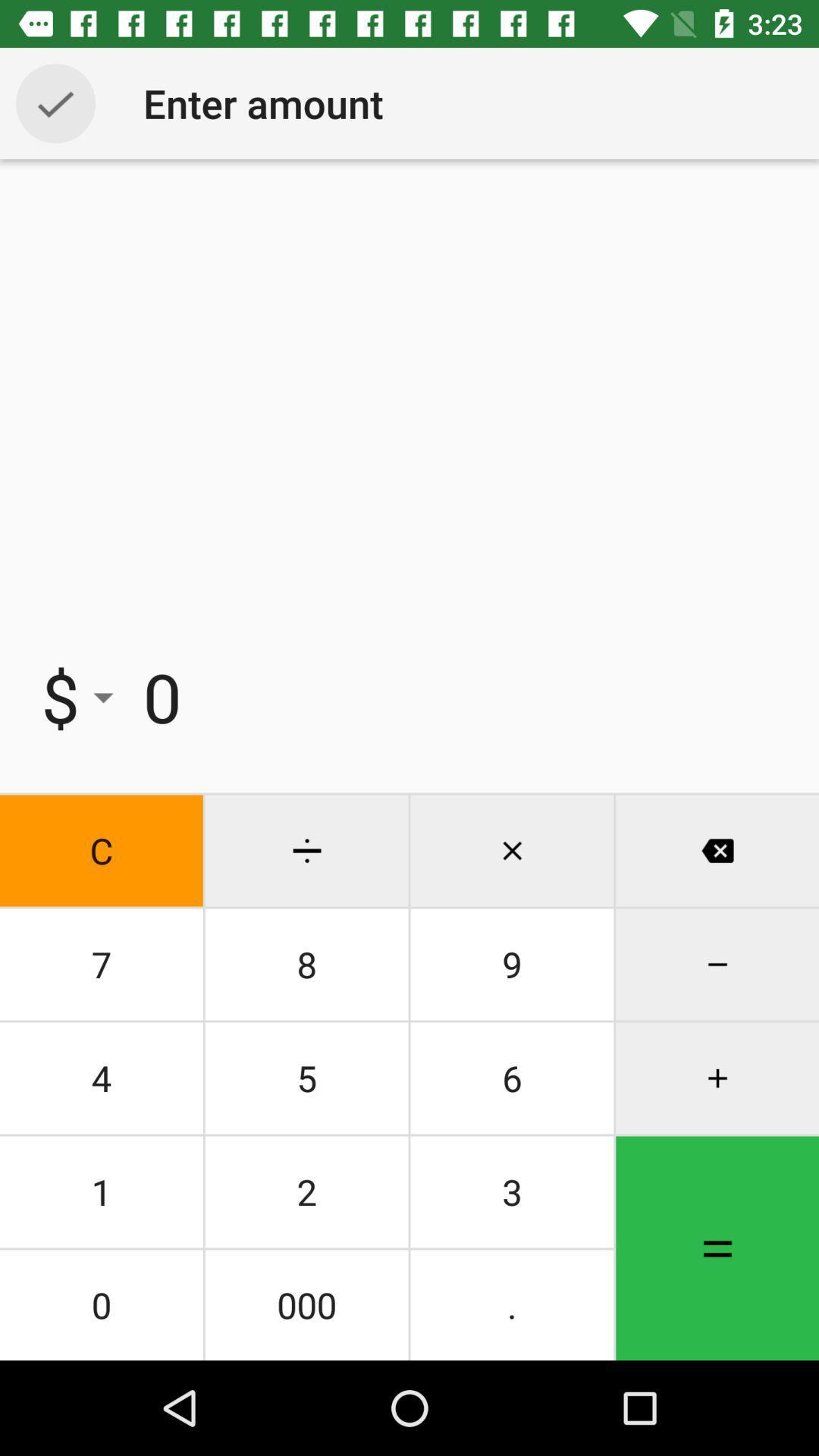 The image size is (819, 1456). Describe the element at coordinates (306, 1077) in the screenshot. I see `the icon to the left of the 9 item` at that location.